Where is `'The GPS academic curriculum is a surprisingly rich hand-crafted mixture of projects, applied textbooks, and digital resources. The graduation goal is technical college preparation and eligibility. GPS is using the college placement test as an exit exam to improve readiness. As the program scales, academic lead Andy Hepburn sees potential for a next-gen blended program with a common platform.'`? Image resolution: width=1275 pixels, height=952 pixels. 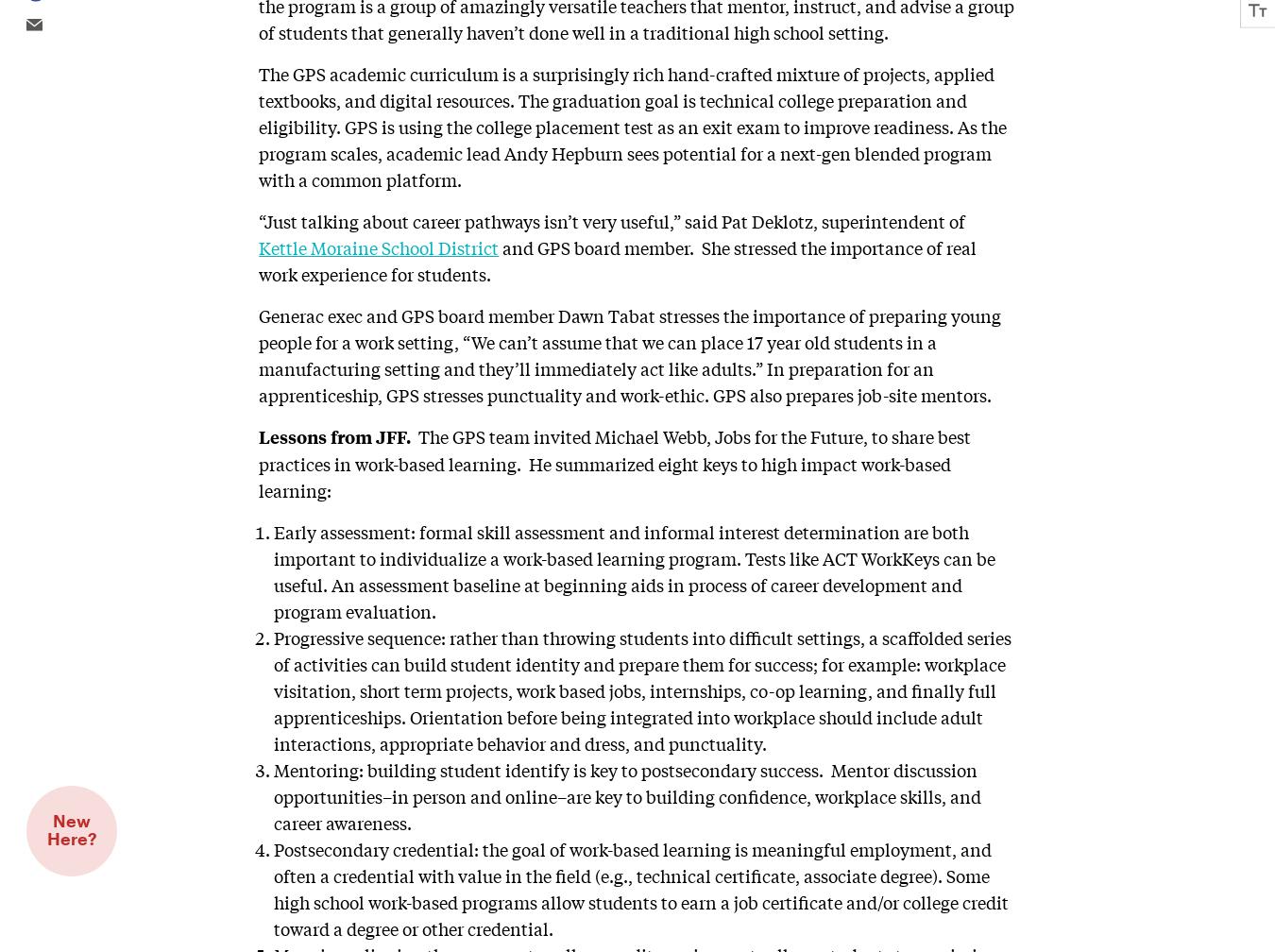 'The GPS academic curriculum is a surprisingly rich hand-crafted mixture of projects, applied textbooks, and digital resources. The graduation goal is technical college preparation and eligibility. GPS is using the college placement test as an exit exam to improve readiness. As the program scales, academic lead Andy Hepburn sees potential for a next-gen blended program with a common platform.' is located at coordinates (633, 125).